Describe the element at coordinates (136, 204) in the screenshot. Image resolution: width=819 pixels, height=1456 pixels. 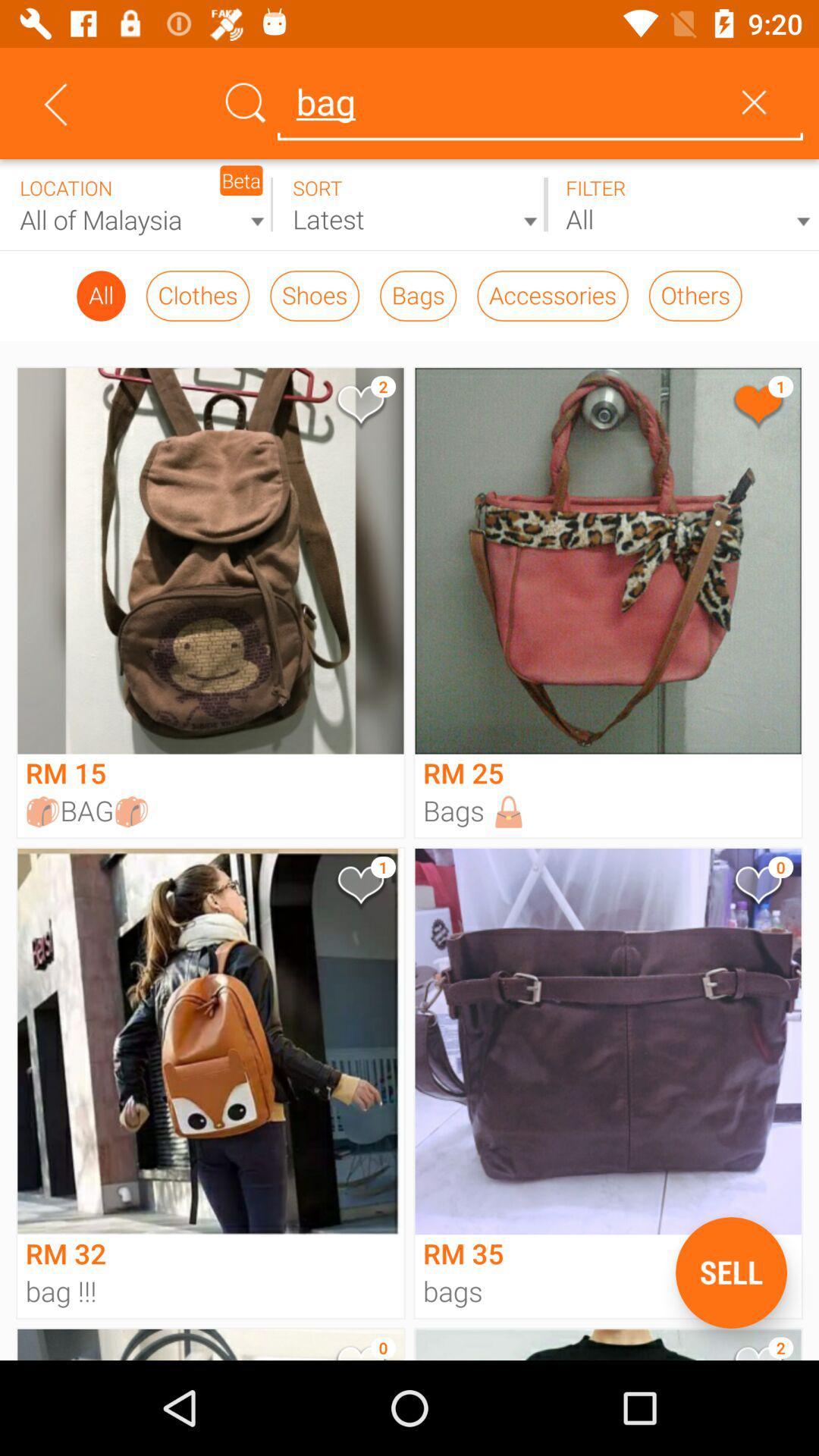
I see `edit location of products` at that location.